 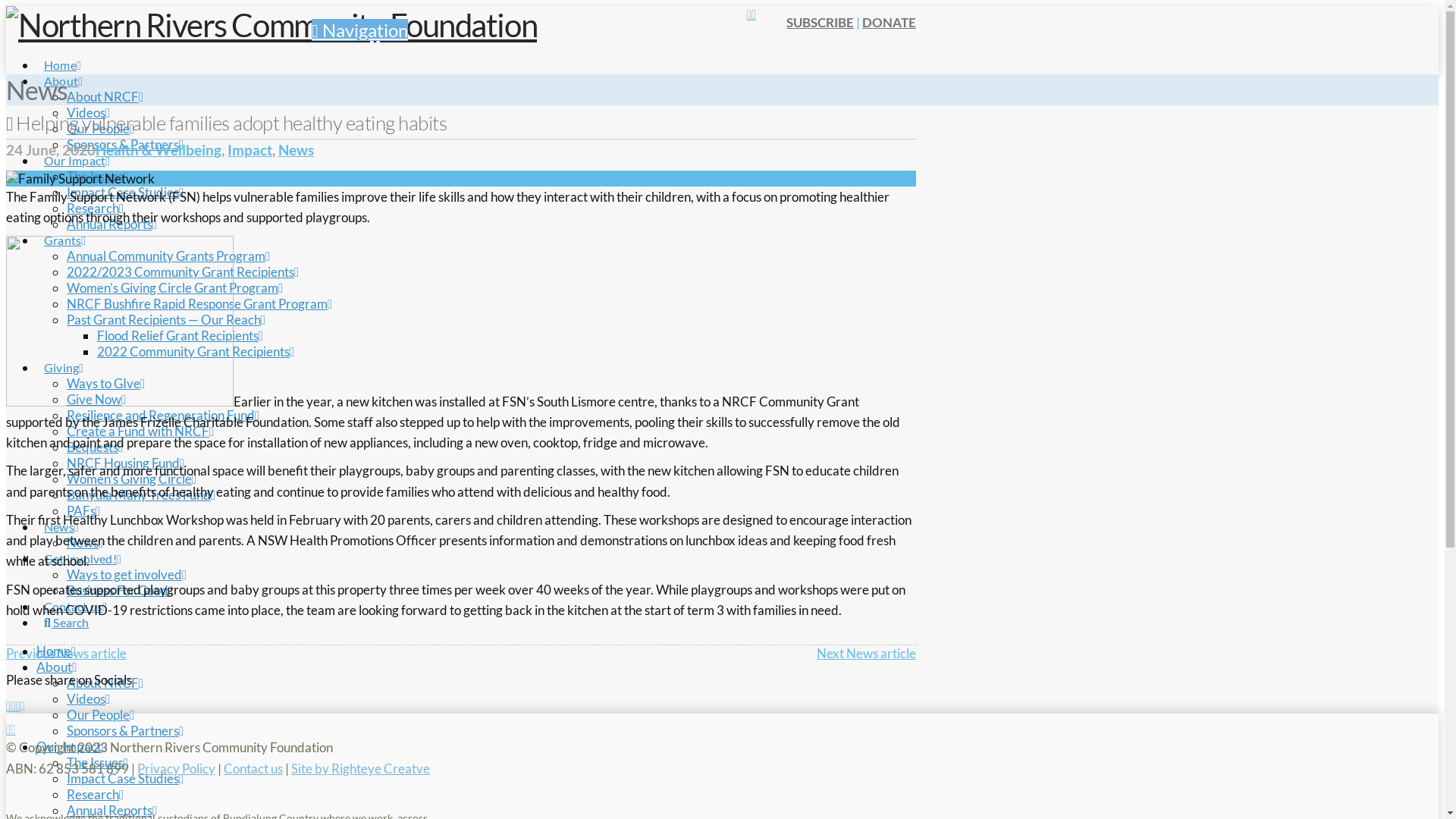 What do you see at coordinates (111, 809) in the screenshot?
I see `'Annual Reports'` at bounding box center [111, 809].